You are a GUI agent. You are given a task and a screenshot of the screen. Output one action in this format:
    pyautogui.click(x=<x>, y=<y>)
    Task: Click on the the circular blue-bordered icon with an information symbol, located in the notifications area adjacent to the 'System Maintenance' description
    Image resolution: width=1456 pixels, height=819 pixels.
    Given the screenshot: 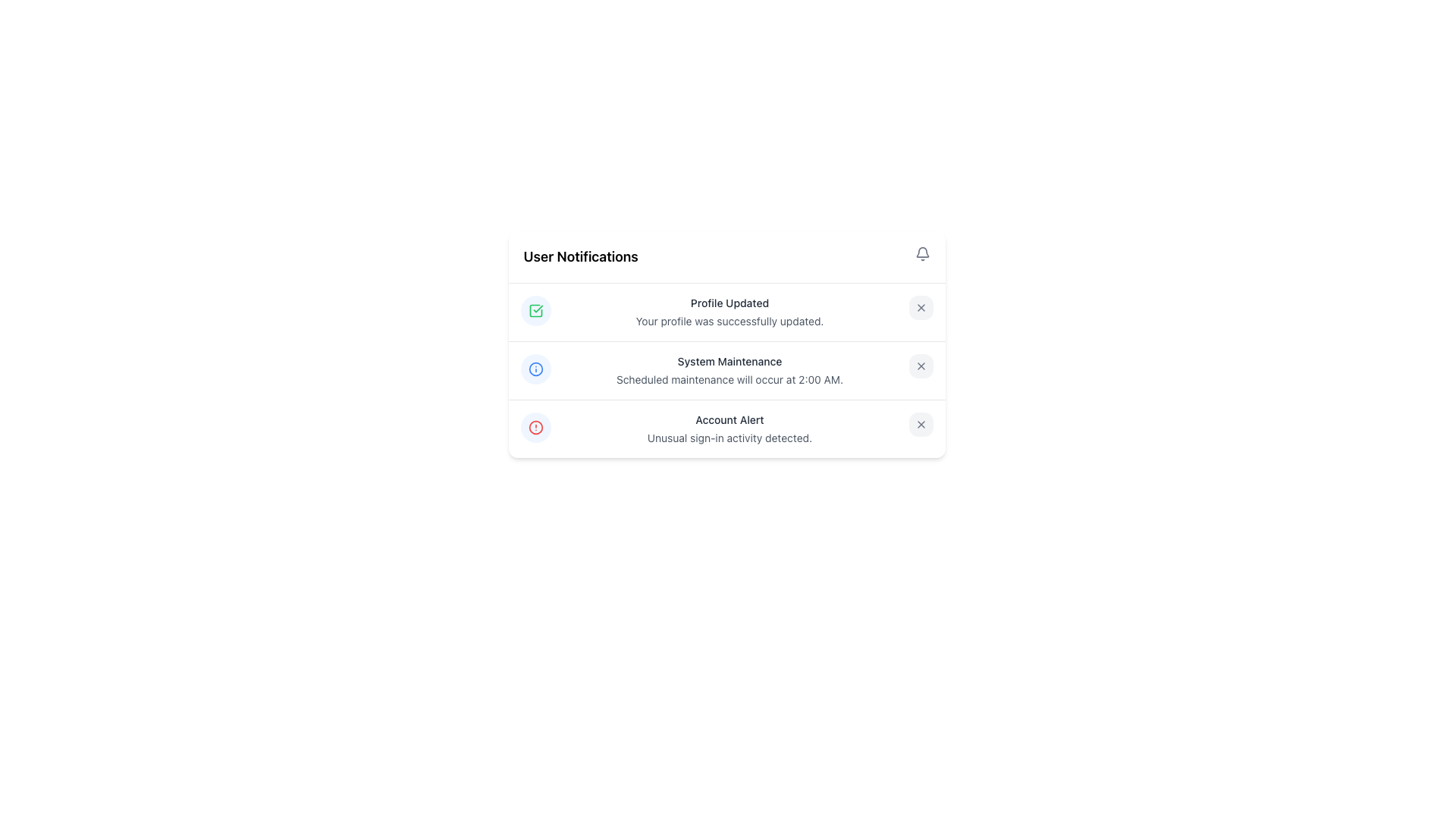 What is the action you would take?
    pyautogui.click(x=535, y=369)
    